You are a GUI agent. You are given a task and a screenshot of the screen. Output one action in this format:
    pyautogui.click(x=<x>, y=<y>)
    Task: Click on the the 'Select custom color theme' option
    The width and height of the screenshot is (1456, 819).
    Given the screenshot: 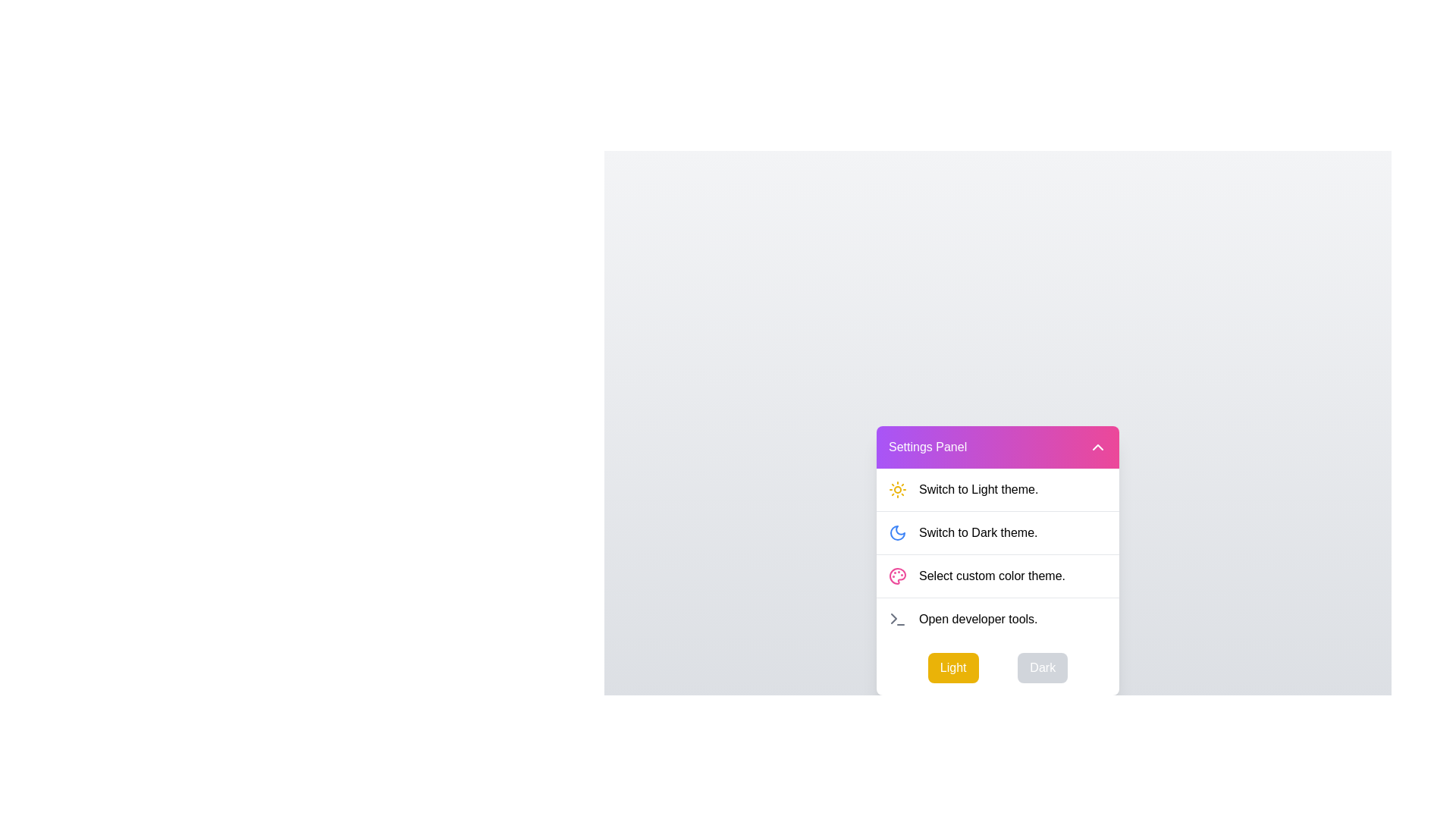 What is the action you would take?
    pyautogui.click(x=997, y=576)
    